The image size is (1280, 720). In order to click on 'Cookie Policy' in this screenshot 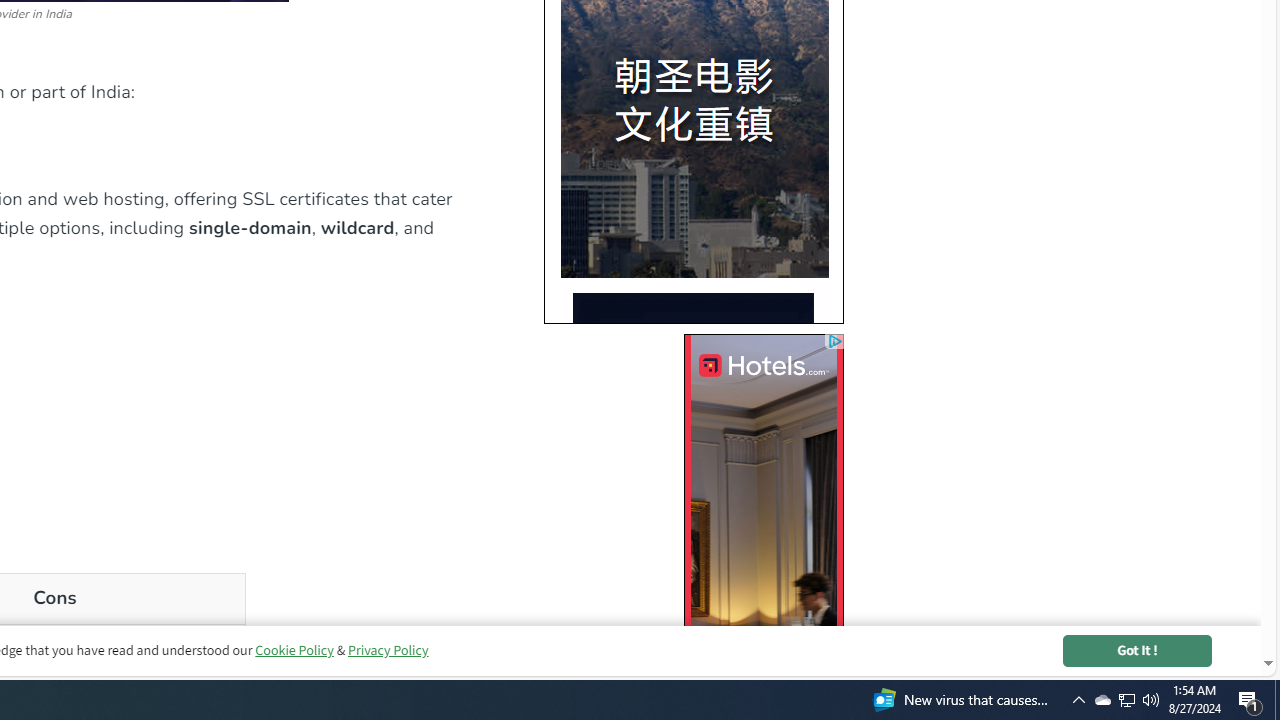, I will do `click(293, 650)`.